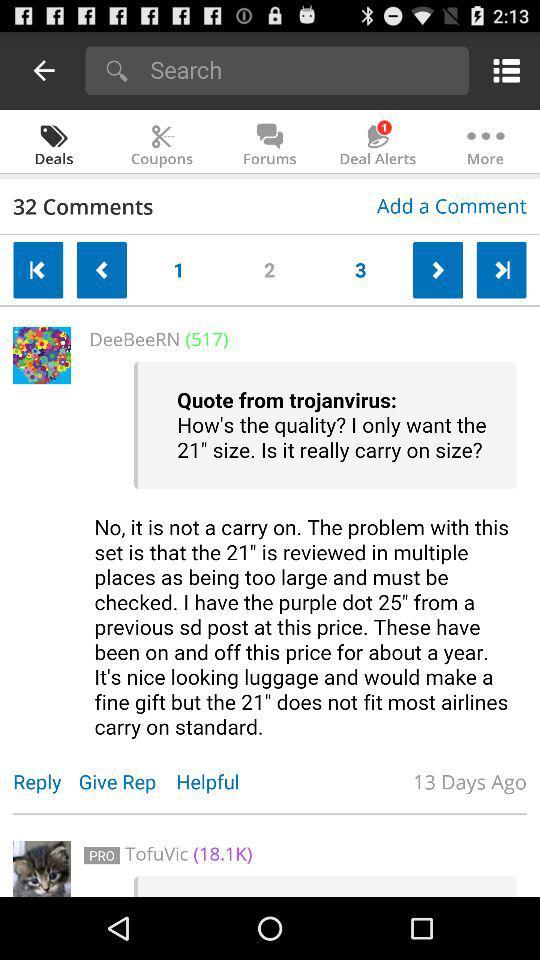  I want to click on go forward, so click(437, 269).